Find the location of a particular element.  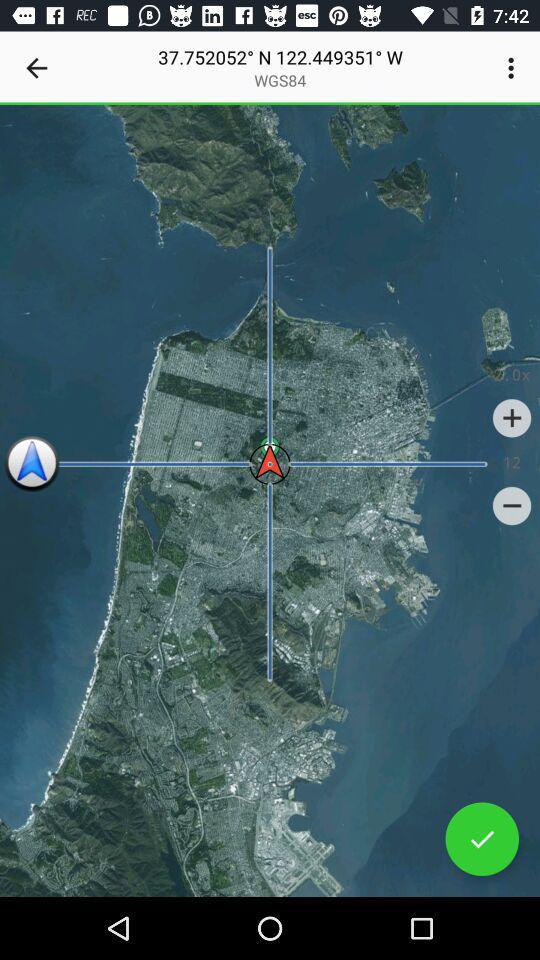

the icon next to 37 752052 n item is located at coordinates (36, 68).